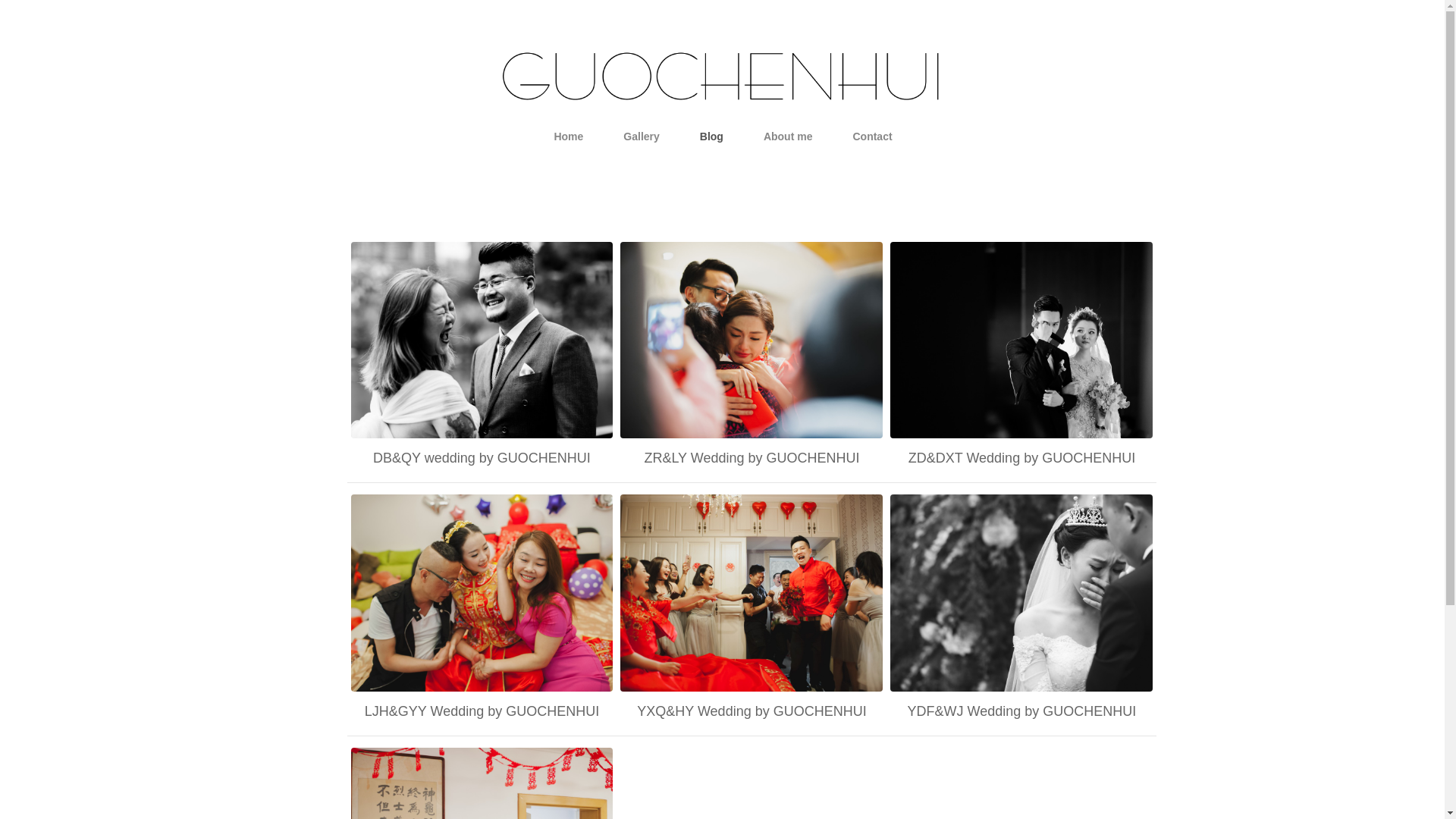  I want to click on 'ZD&DXT Wedding by GUOCHENHUI', so click(1021, 457).